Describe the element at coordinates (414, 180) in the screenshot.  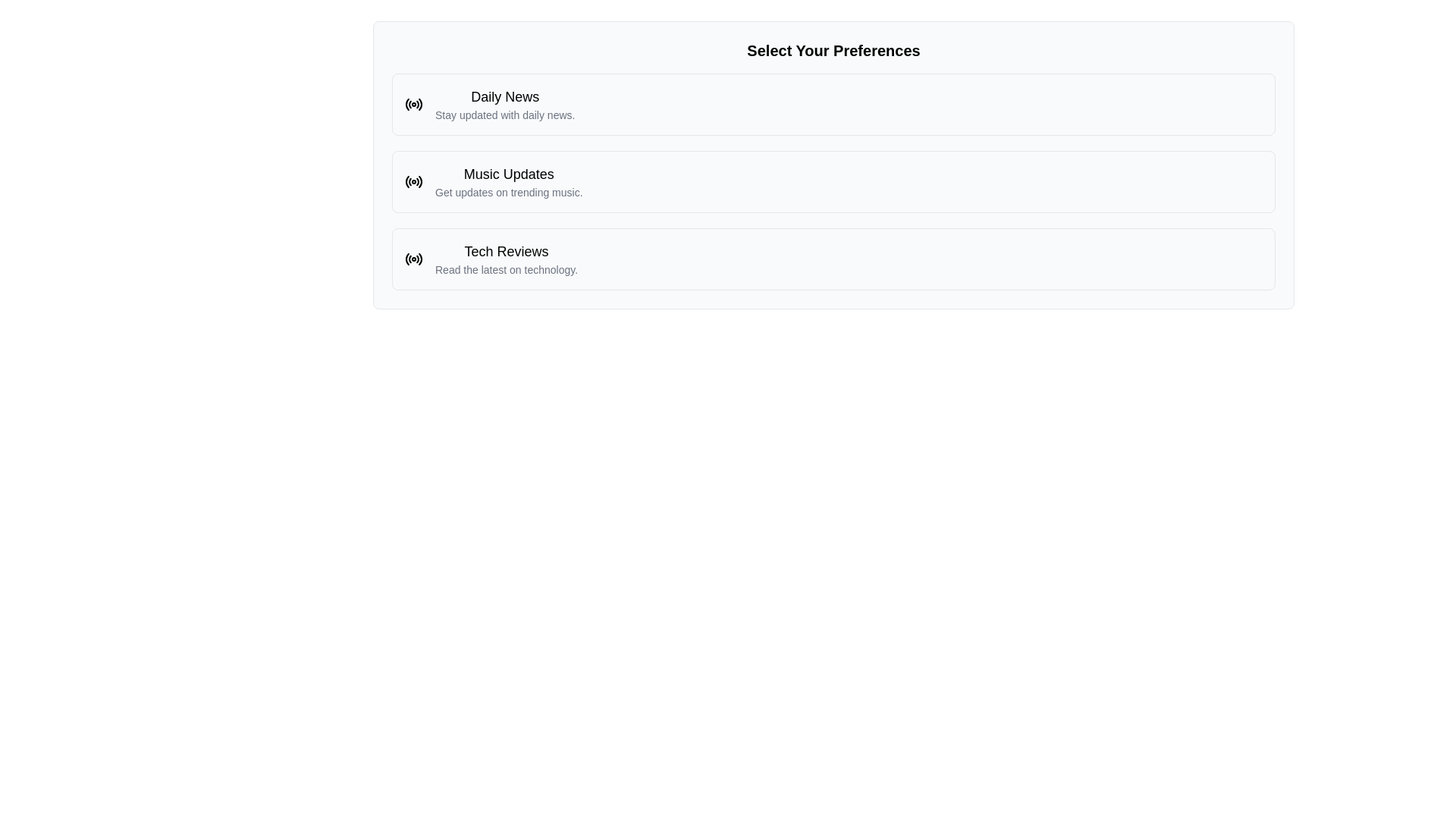
I see `the 'Music Updates' icon located to the far left within the 'Music Updates' block, next to the text 'Music Updates' and 'Get updates on trending music.'` at that location.